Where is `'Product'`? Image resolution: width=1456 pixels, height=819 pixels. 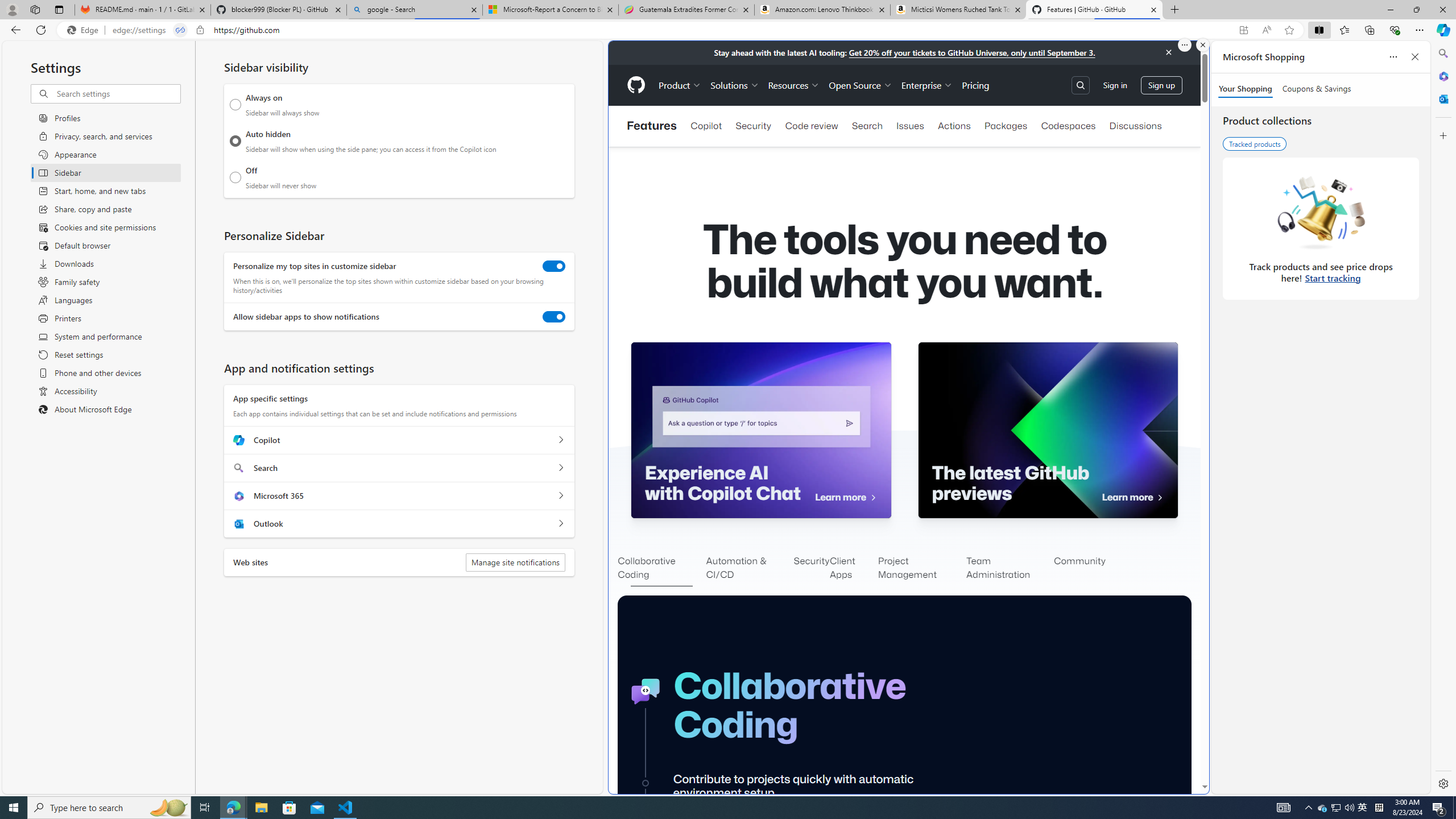
'Product' is located at coordinates (679, 85).